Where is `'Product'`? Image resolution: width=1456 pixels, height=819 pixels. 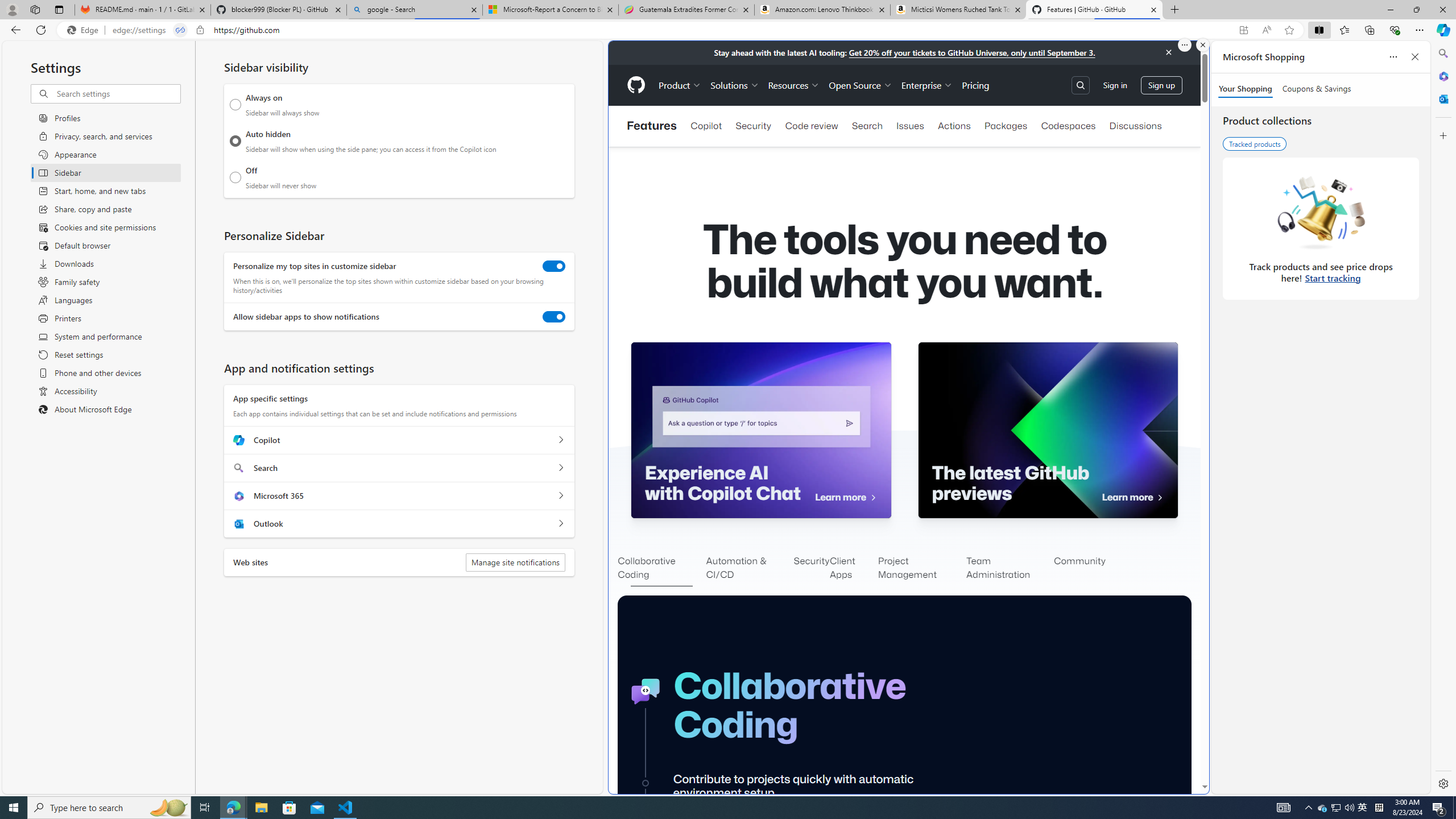
'Product' is located at coordinates (679, 85).